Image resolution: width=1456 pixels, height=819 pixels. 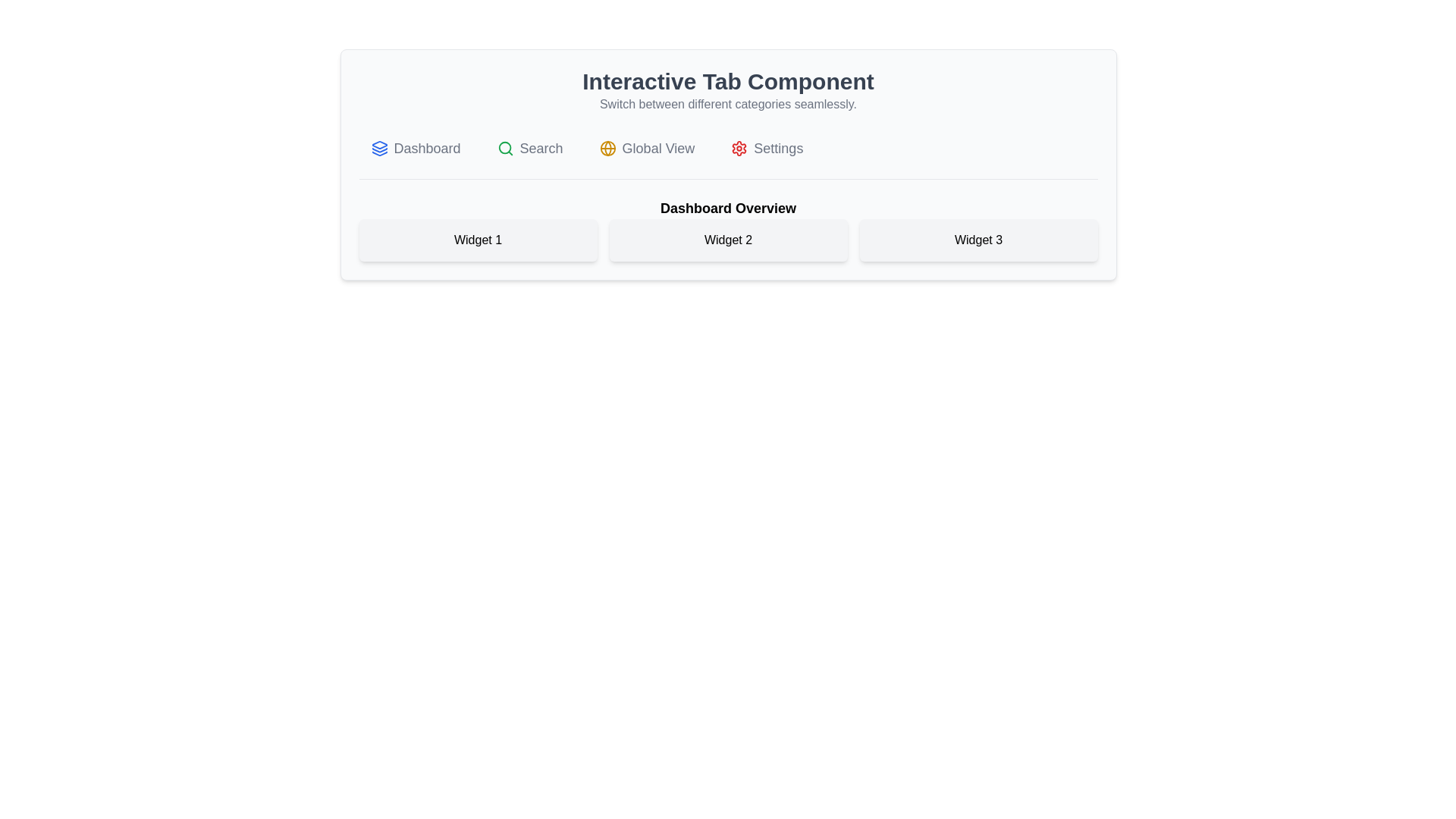 I want to click on the search button with icon and text located between the 'Dashboard' button and the 'Global View' button, below the title 'Interactive Tab Component', so click(x=530, y=149).